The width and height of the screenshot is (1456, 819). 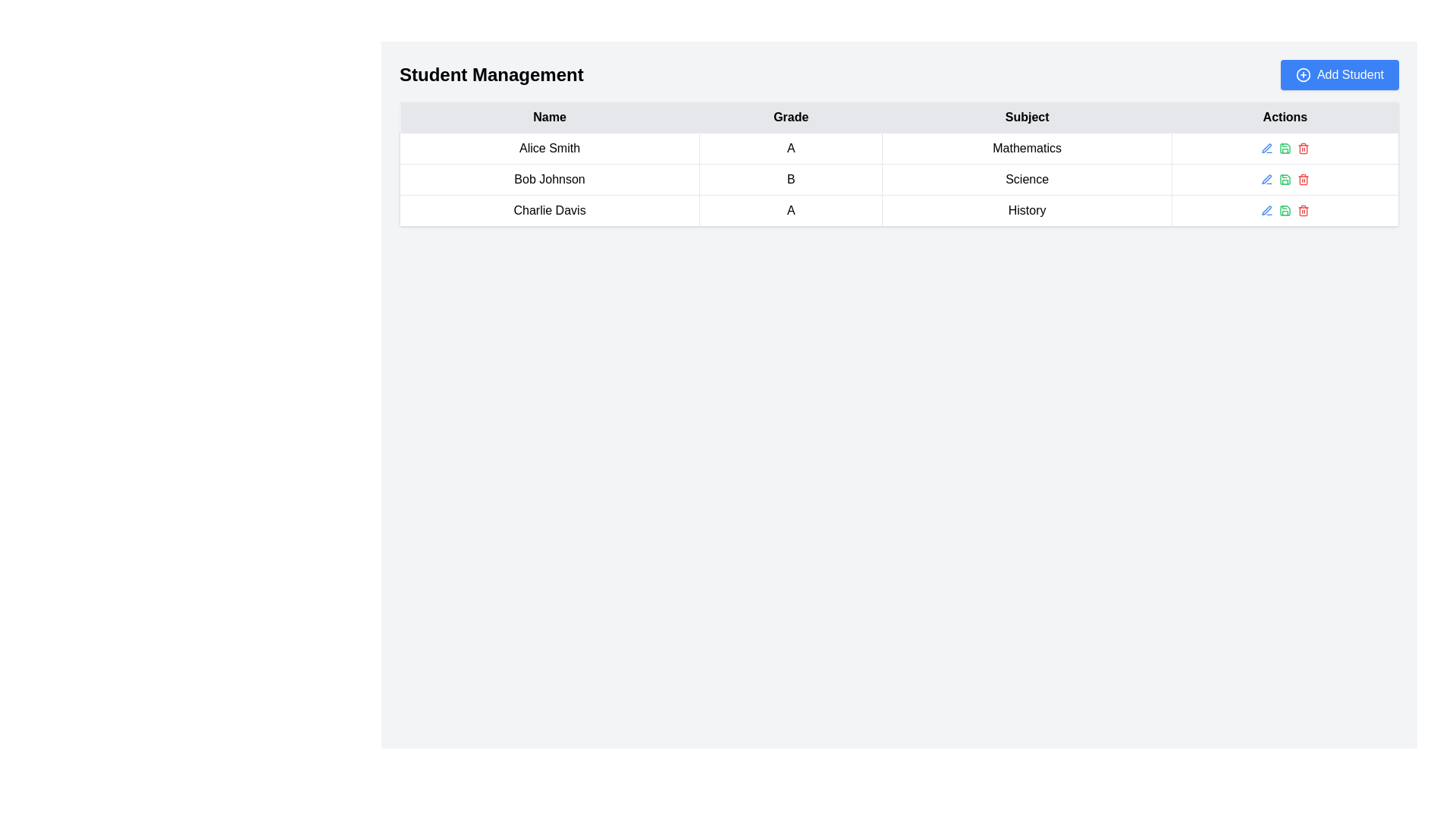 What do you see at coordinates (1302, 210) in the screenshot?
I see `the red trash icon button in the 'Actions' column for 'Charlie Davis' and 'History'` at bounding box center [1302, 210].